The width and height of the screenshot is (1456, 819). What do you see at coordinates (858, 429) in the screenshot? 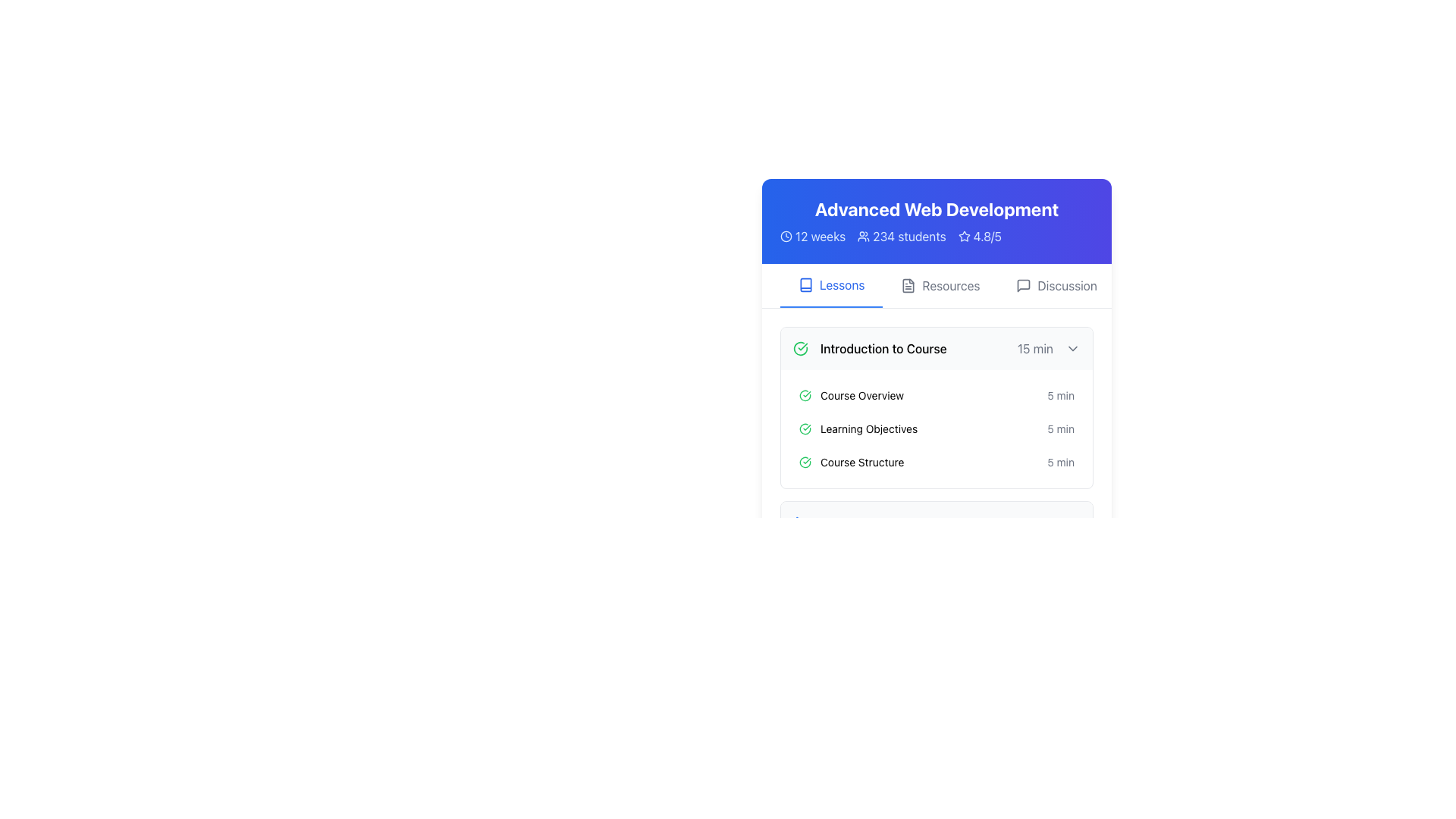
I see `the 'Learning Objectives' text label which is styled in a medium-sized font and is positioned next to a green circular checkmark in the second row of topics under 'Introduction to Course' in the 'Lessons' section` at bounding box center [858, 429].